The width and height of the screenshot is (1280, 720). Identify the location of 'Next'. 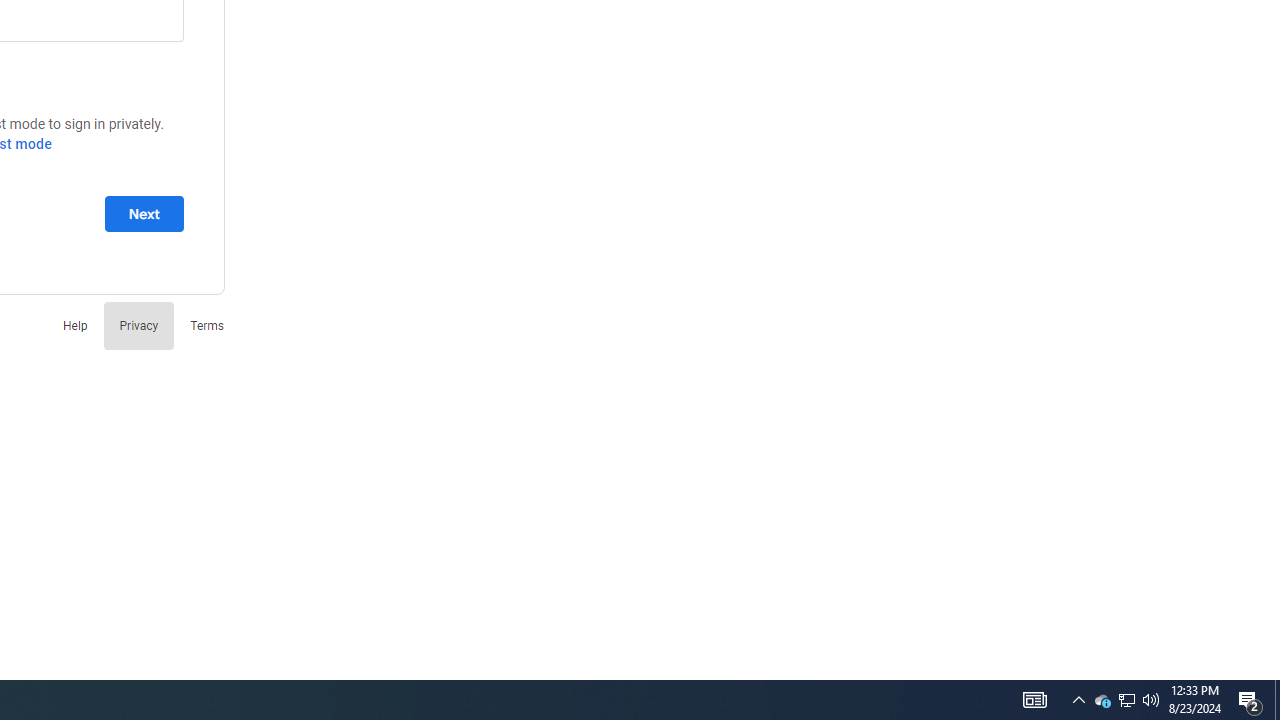
(143, 213).